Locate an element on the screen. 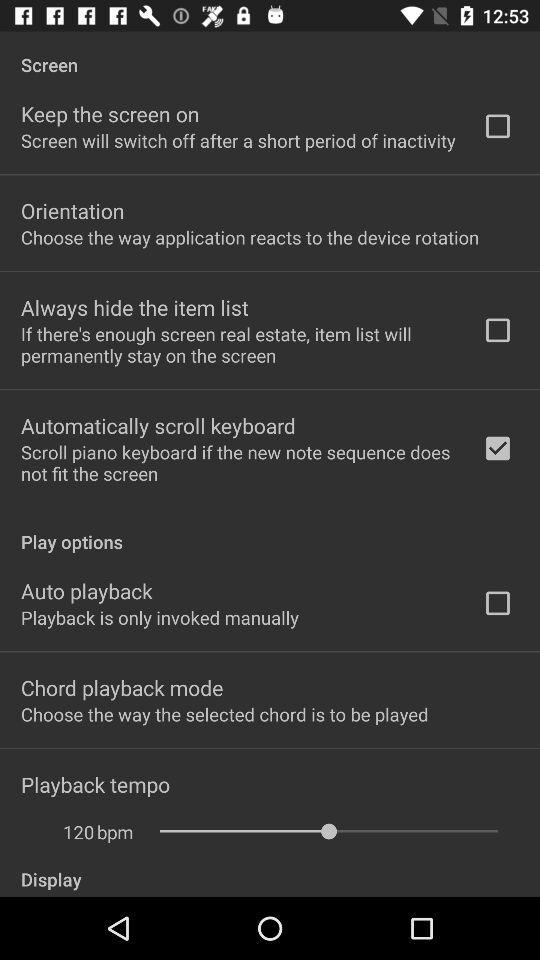 The image size is (540, 960). the bpm icon is located at coordinates (115, 832).